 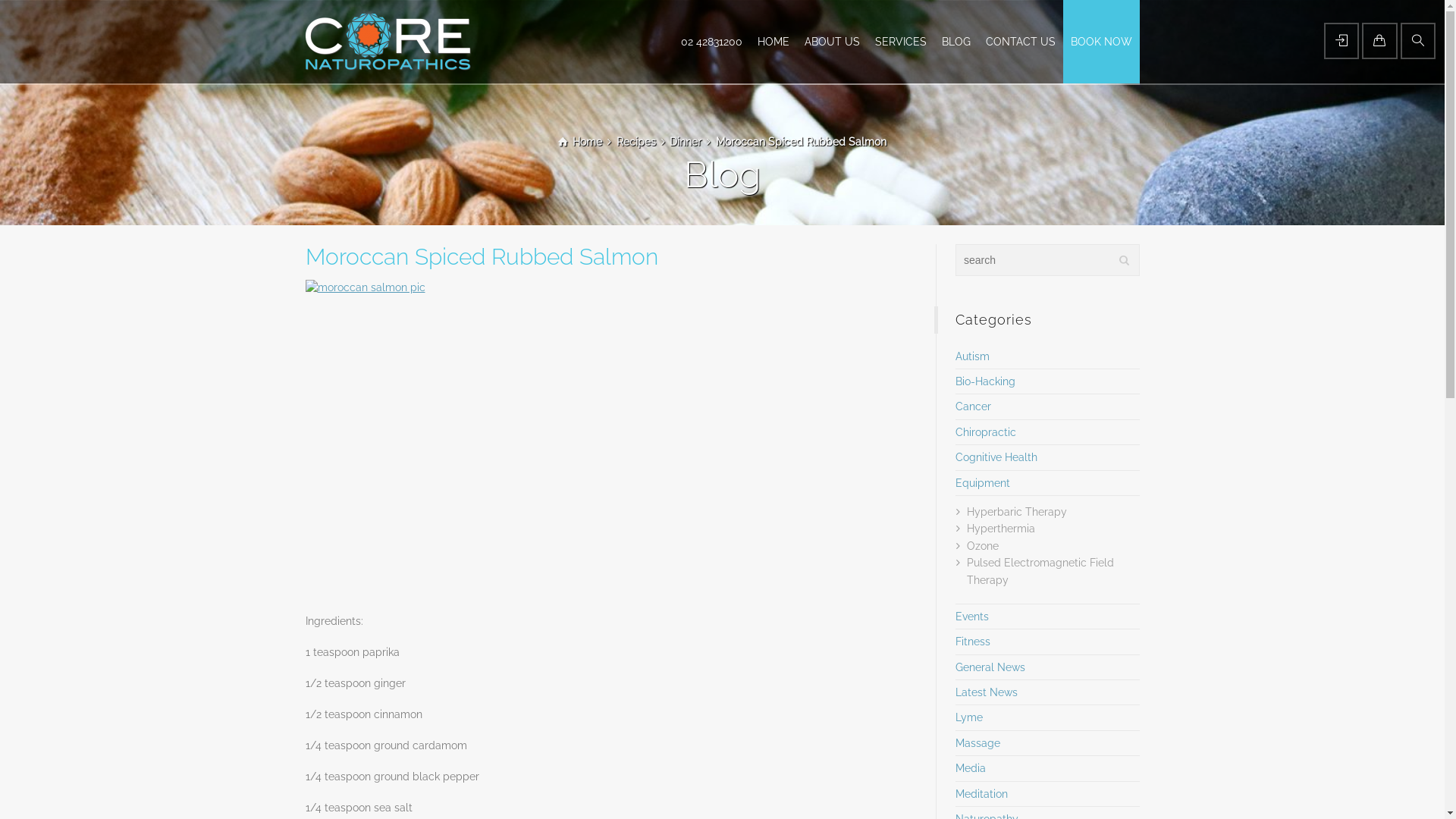 I want to click on 'Core Naturopathics', so click(x=387, y=40).